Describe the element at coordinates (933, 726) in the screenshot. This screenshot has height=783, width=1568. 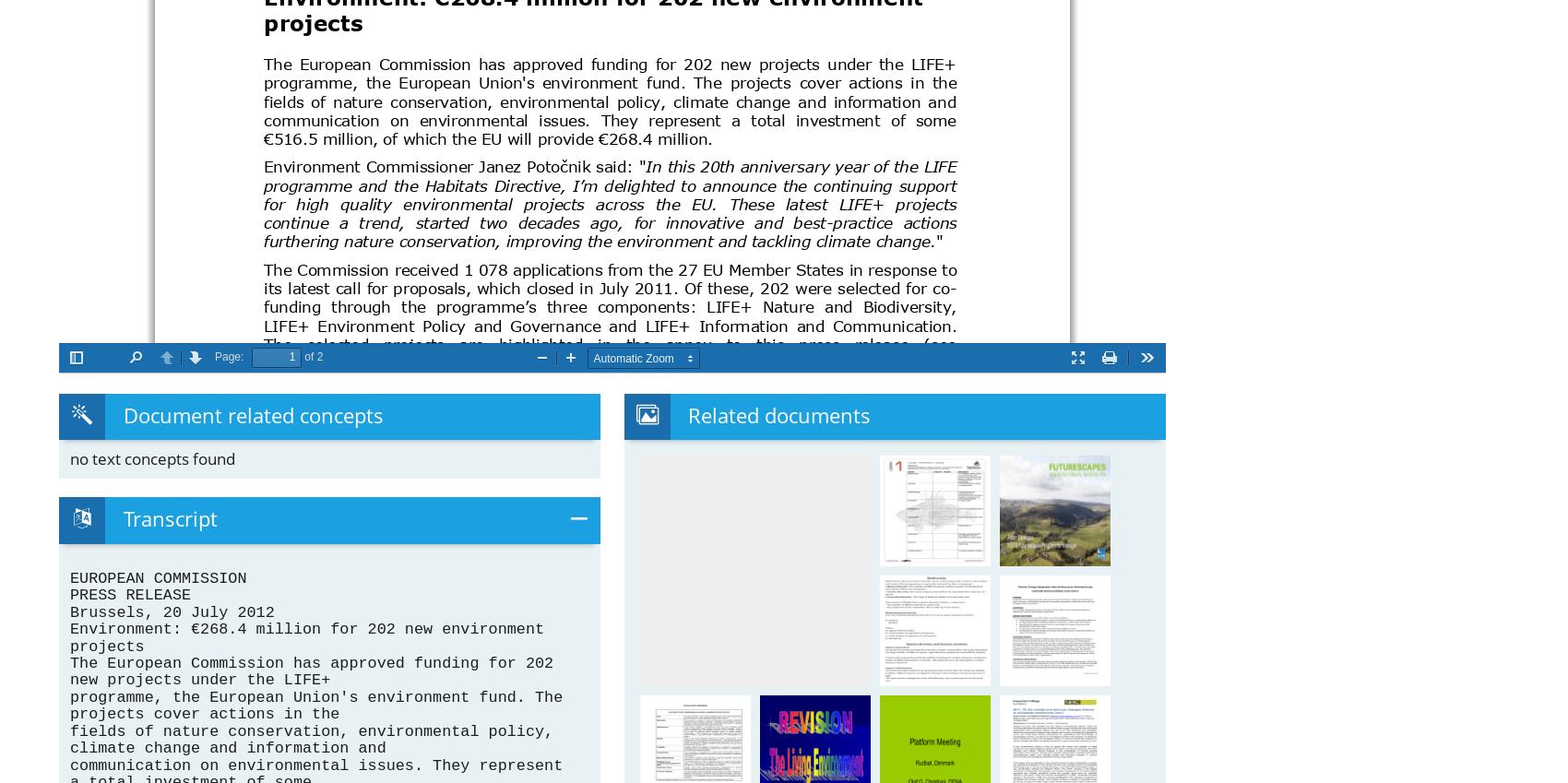
I see `'Platform Meeting'` at that location.